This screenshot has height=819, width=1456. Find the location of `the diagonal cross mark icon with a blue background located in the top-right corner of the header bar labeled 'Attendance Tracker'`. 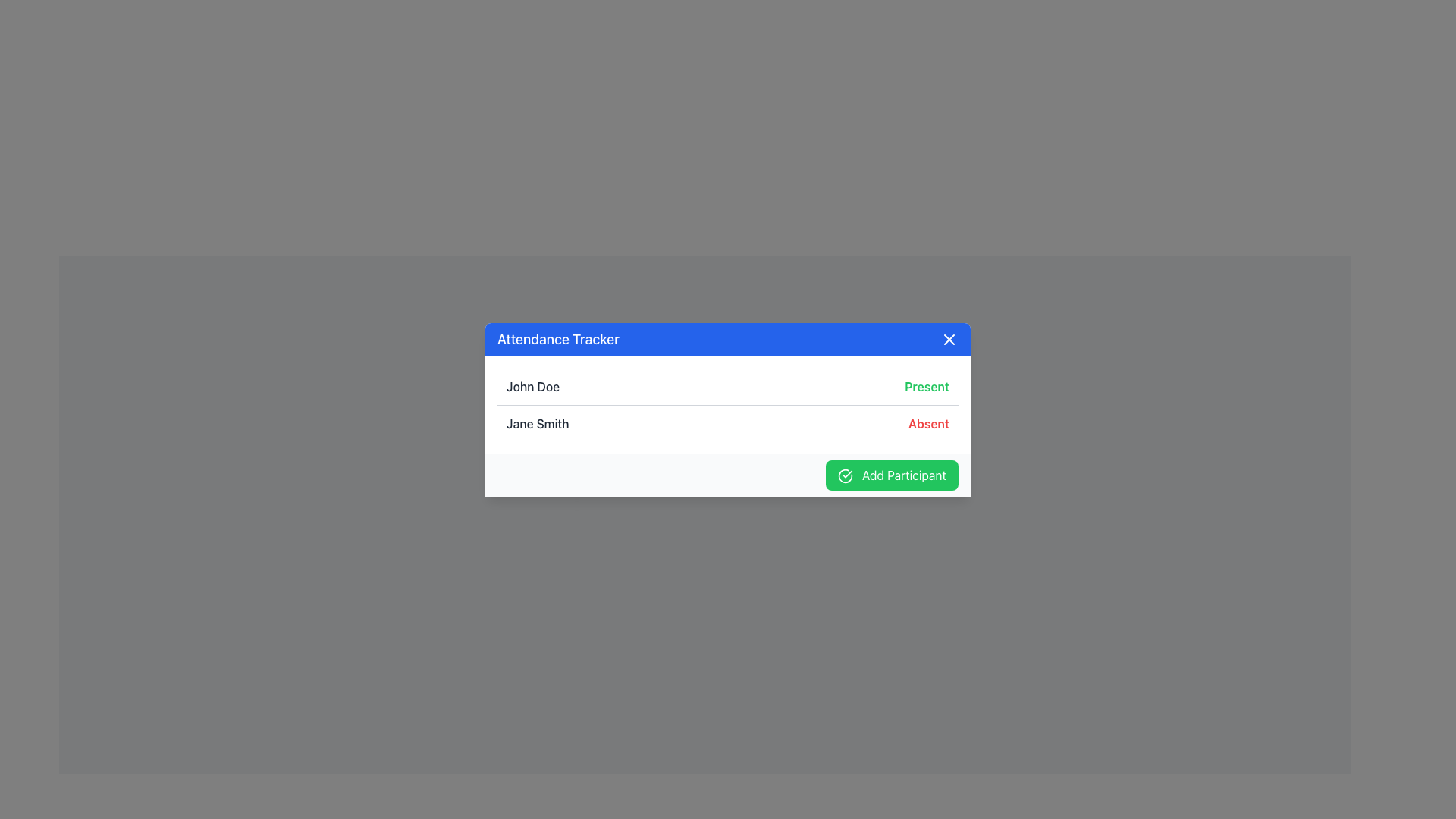

the diagonal cross mark icon with a blue background located in the top-right corner of the header bar labeled 'Attendance Tracker' is located at coordinates (949, 338).